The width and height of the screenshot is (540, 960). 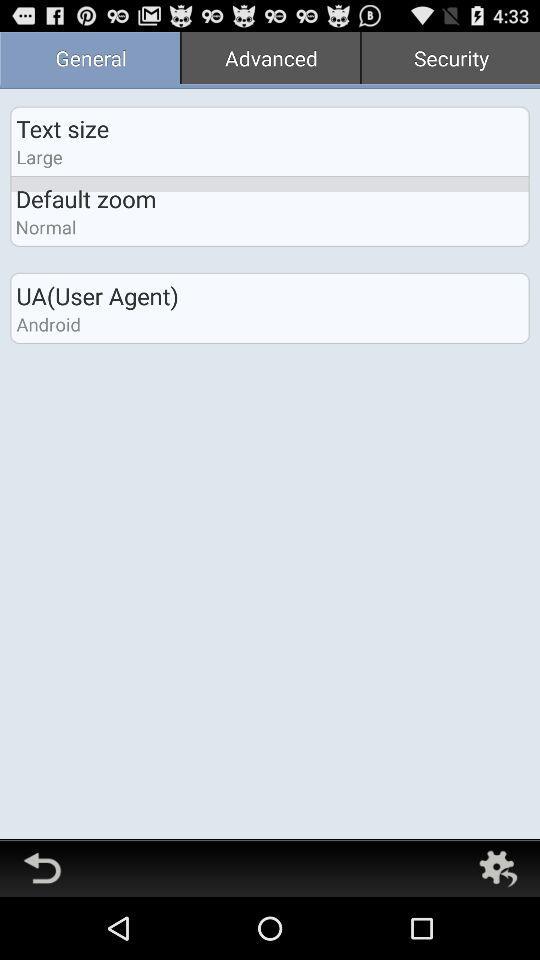 What do you see at coordinates (48, 324) in the screenshot?
I see `the app below the ua(user agent) app` at bounding box center [48, 324].